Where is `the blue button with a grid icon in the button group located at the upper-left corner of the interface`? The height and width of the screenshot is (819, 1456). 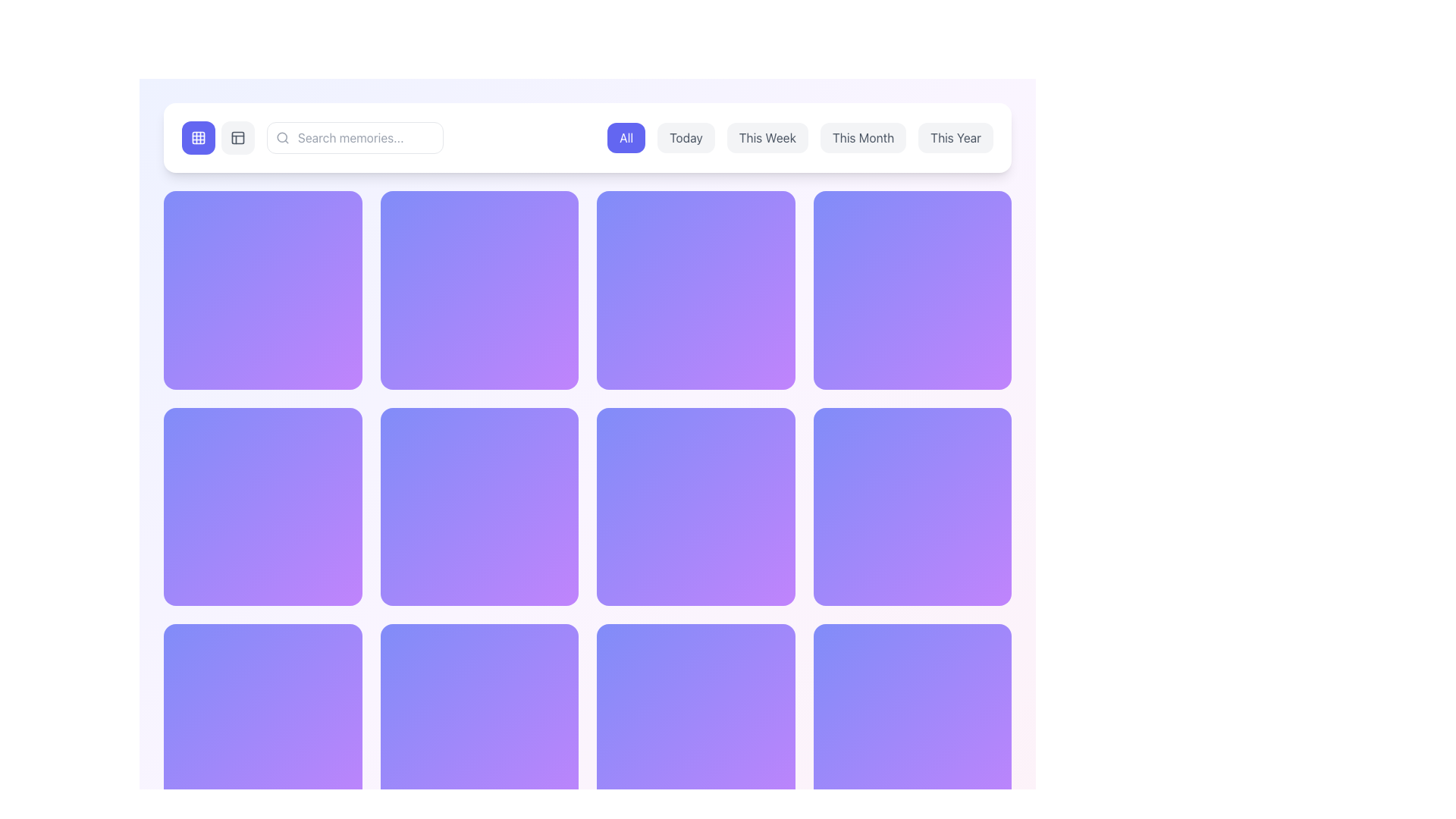 the blue button with a grid icon in the button group located at the upper-left corner of the interface is located at coordinates (218, 137).